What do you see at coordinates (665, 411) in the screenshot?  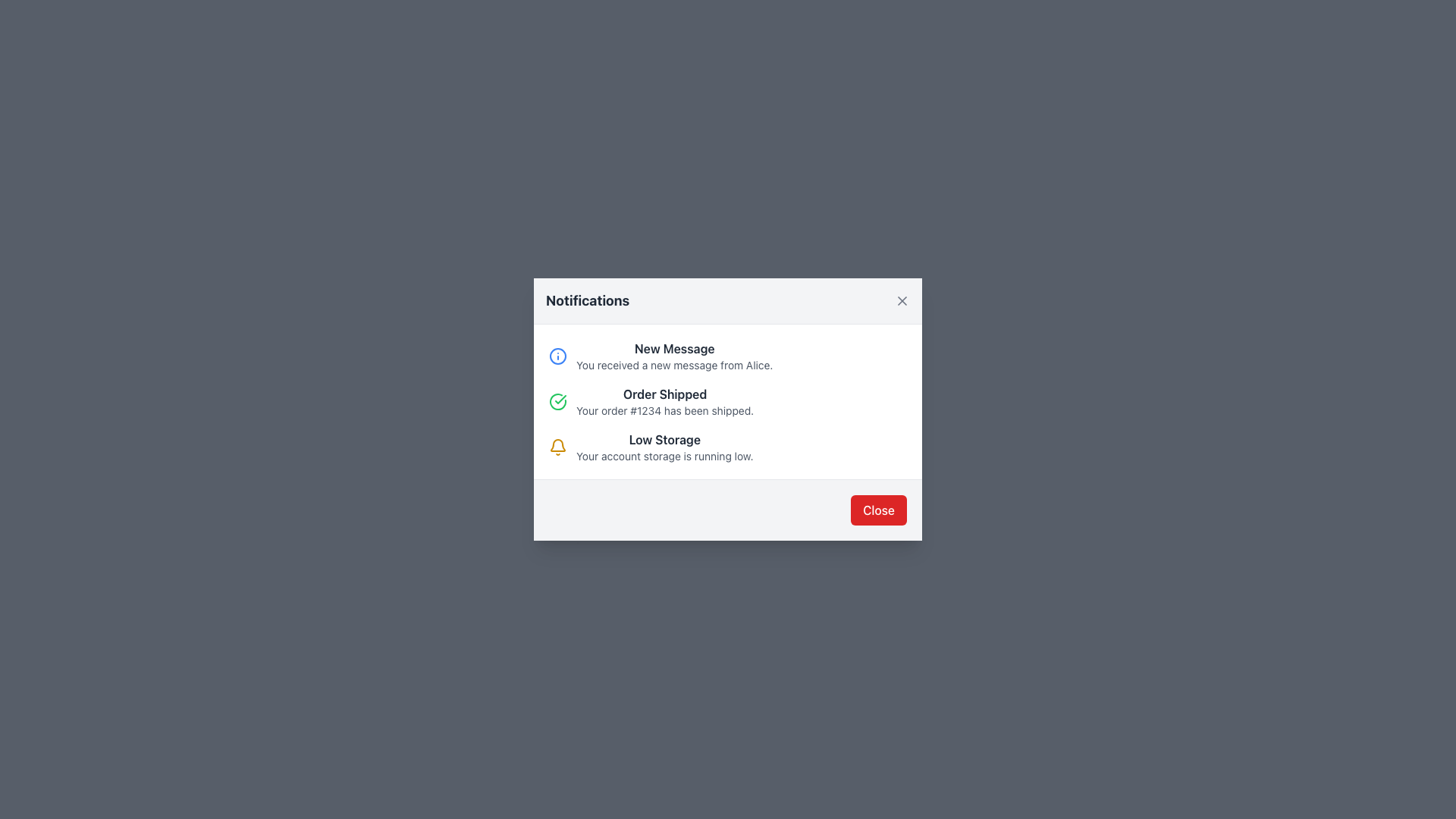 I see `message displaying 'Your order #1234 has been shipped.' located below the 'Order Shipped' heading in the notification panel` at bounding box center [665, 411].